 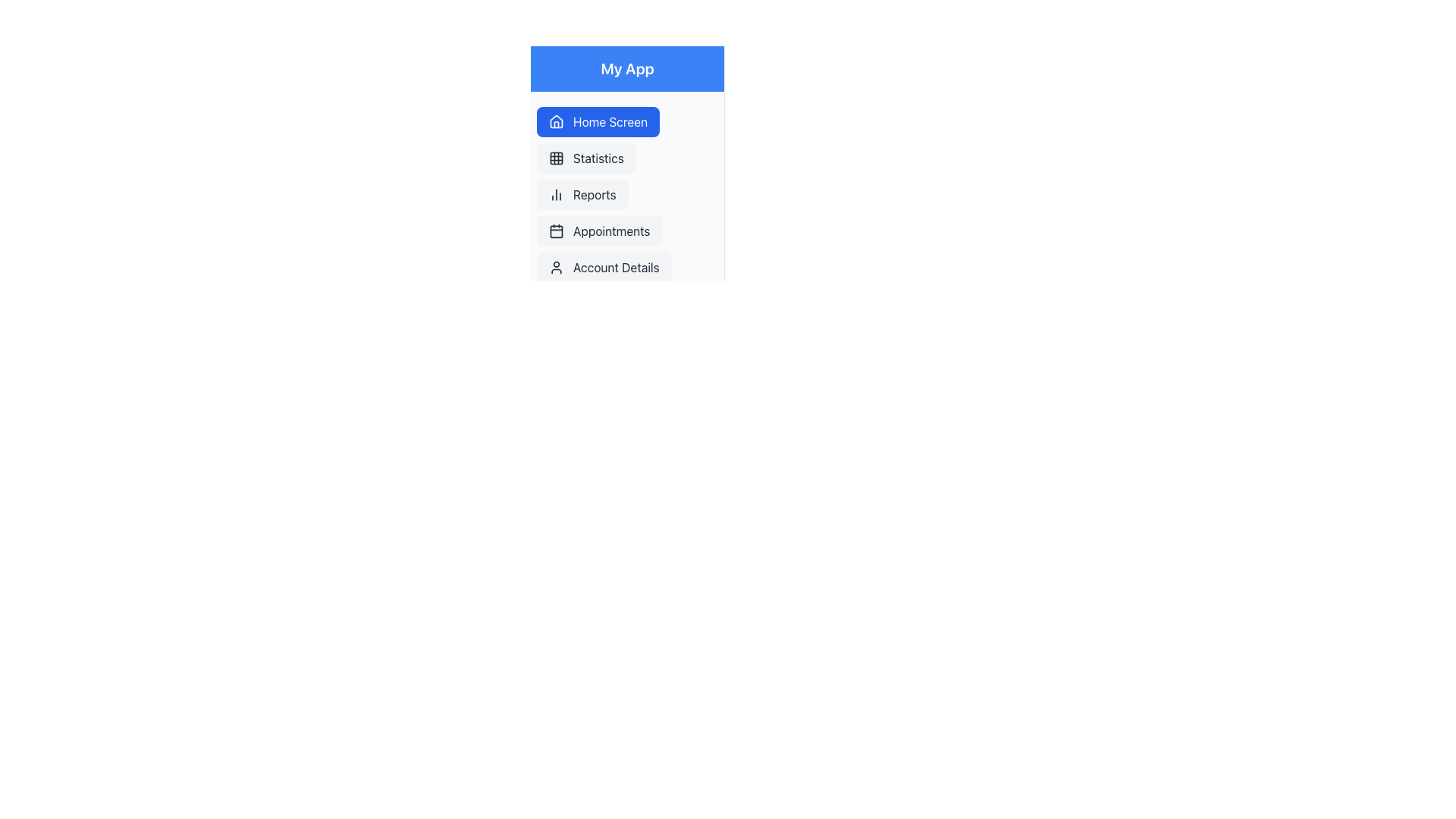 I want to click on the vertical bar chart icon located to the left of the 'Reports' entry in the side navigation menu, so click(x=556, y=194).